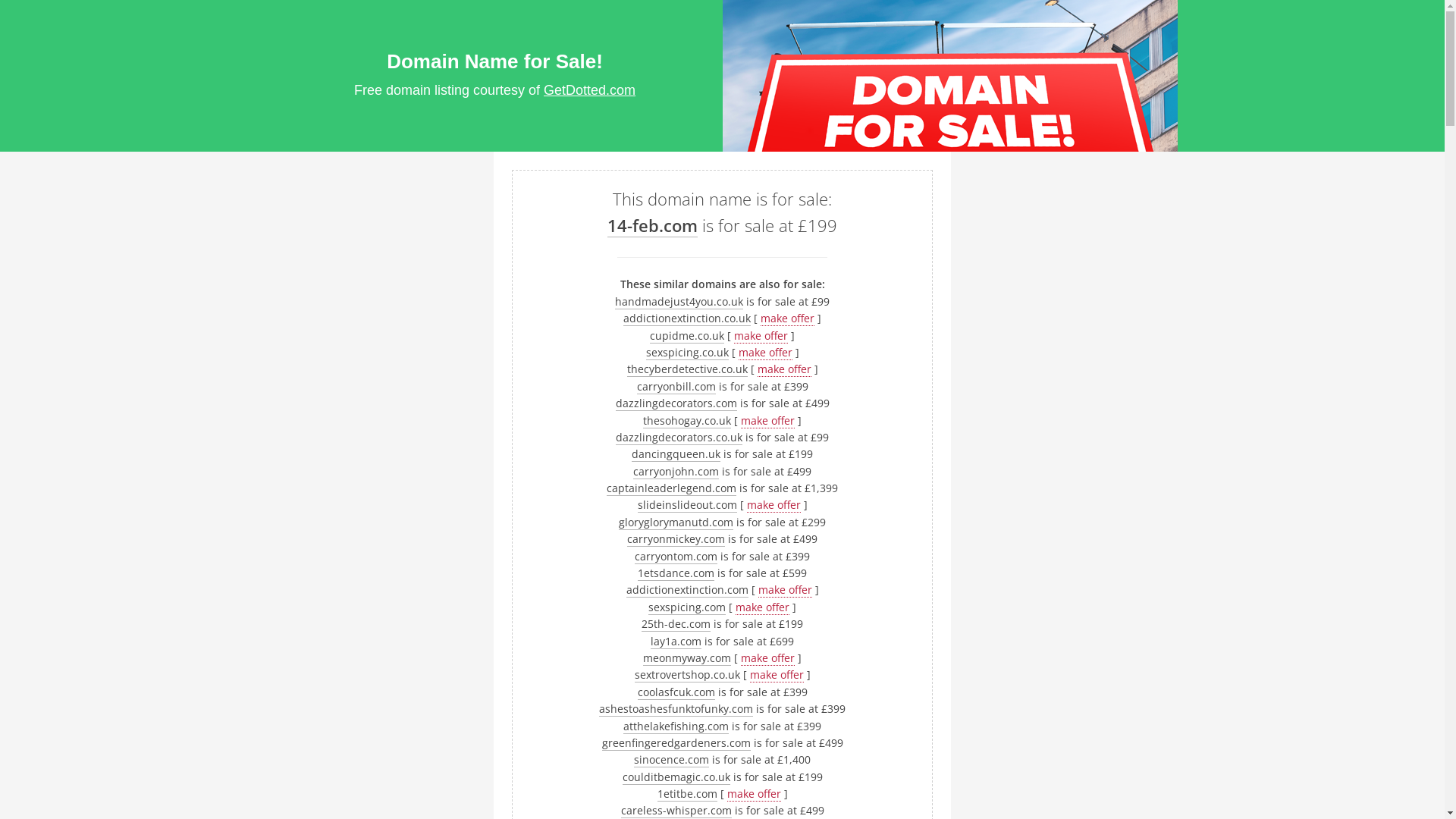  I want to click on '1etitbe.com', so click(686, 792).